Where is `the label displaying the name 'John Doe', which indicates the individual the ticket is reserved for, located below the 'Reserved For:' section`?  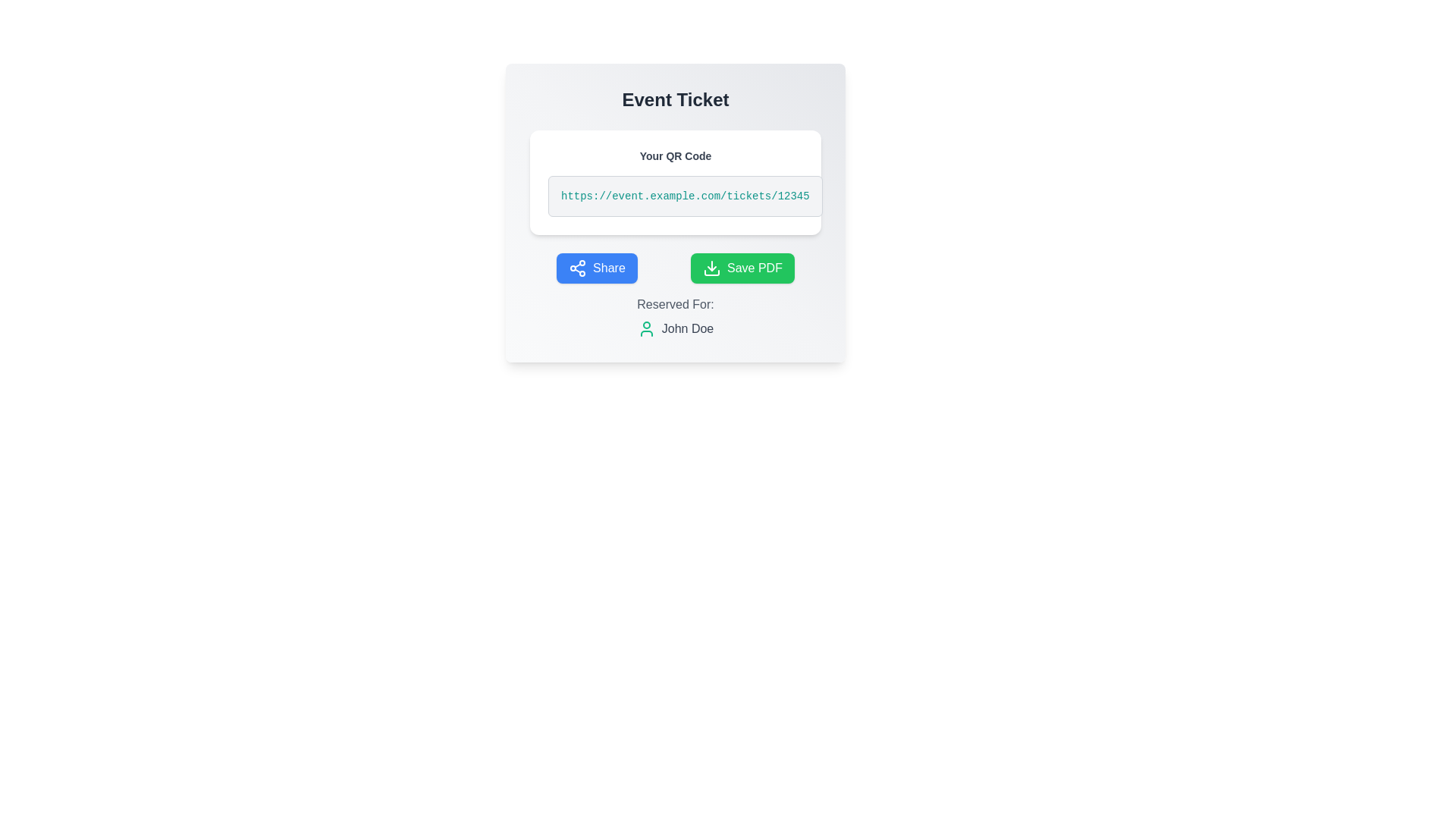
the label displaying the name 'John Doe', which indicates the individual the ticket is reserved for, located below the 'Reserved For:' section is located at coordinates (675, 328).